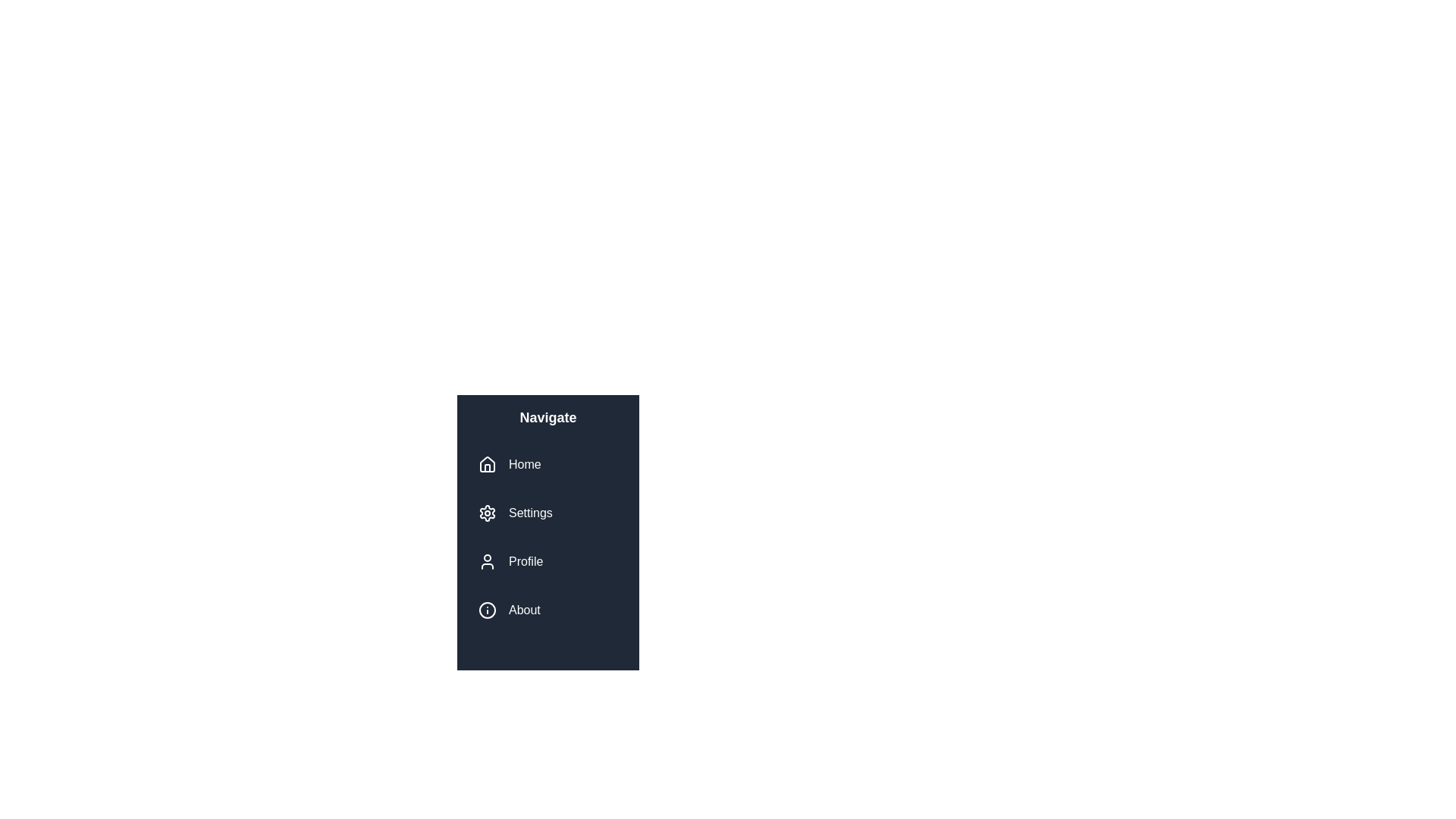  What do you see at coordinates (488, 513) in the screenshot?
I see `the 'Settings' icon located in the navigation panel, which is the second item from the top in the menu` at bounding box center [488, 513].